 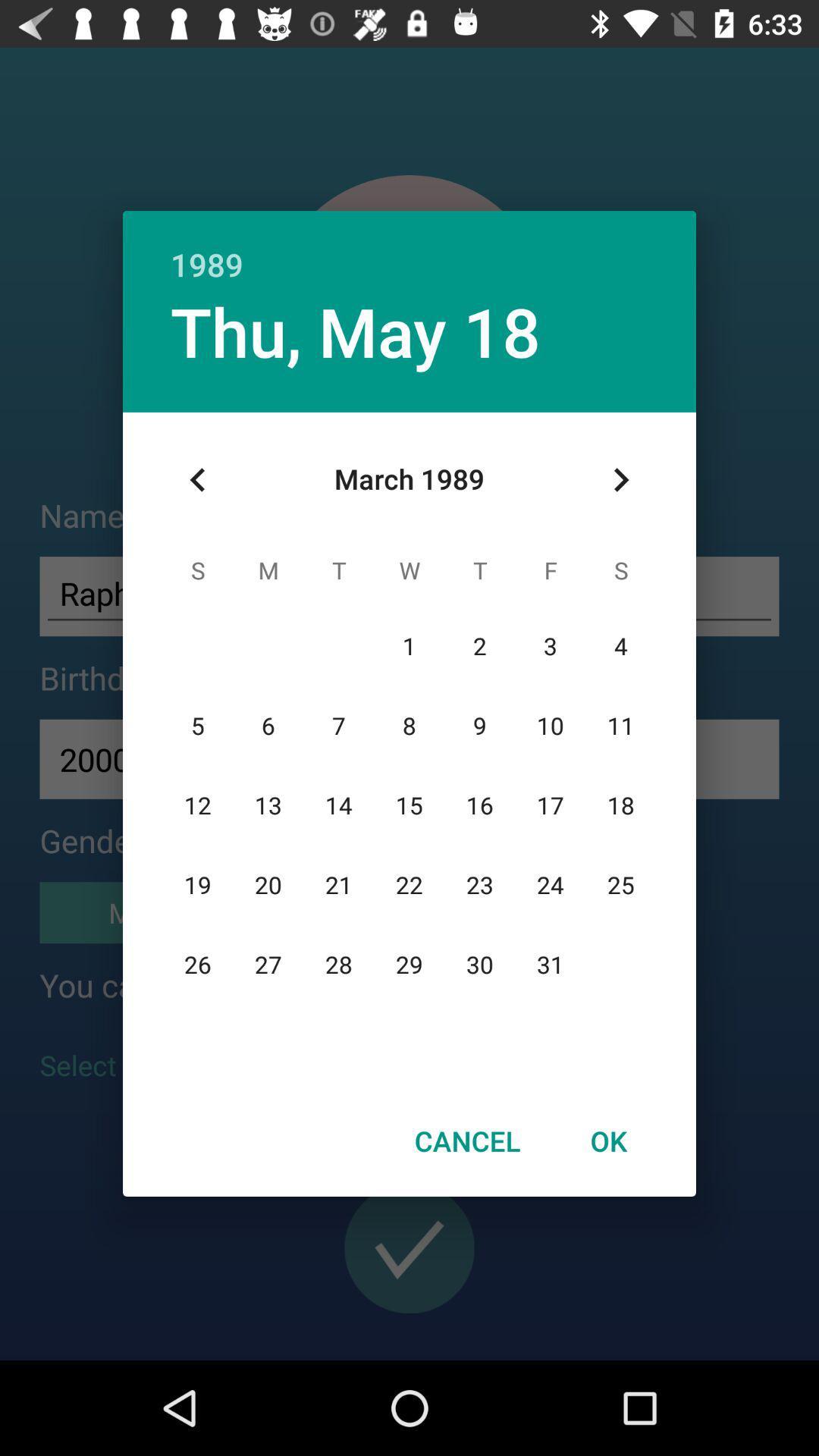 What do you see at coordinates (466, 1141) in the screenshot?
I see `cancel` at bounding box center [466, 1141].